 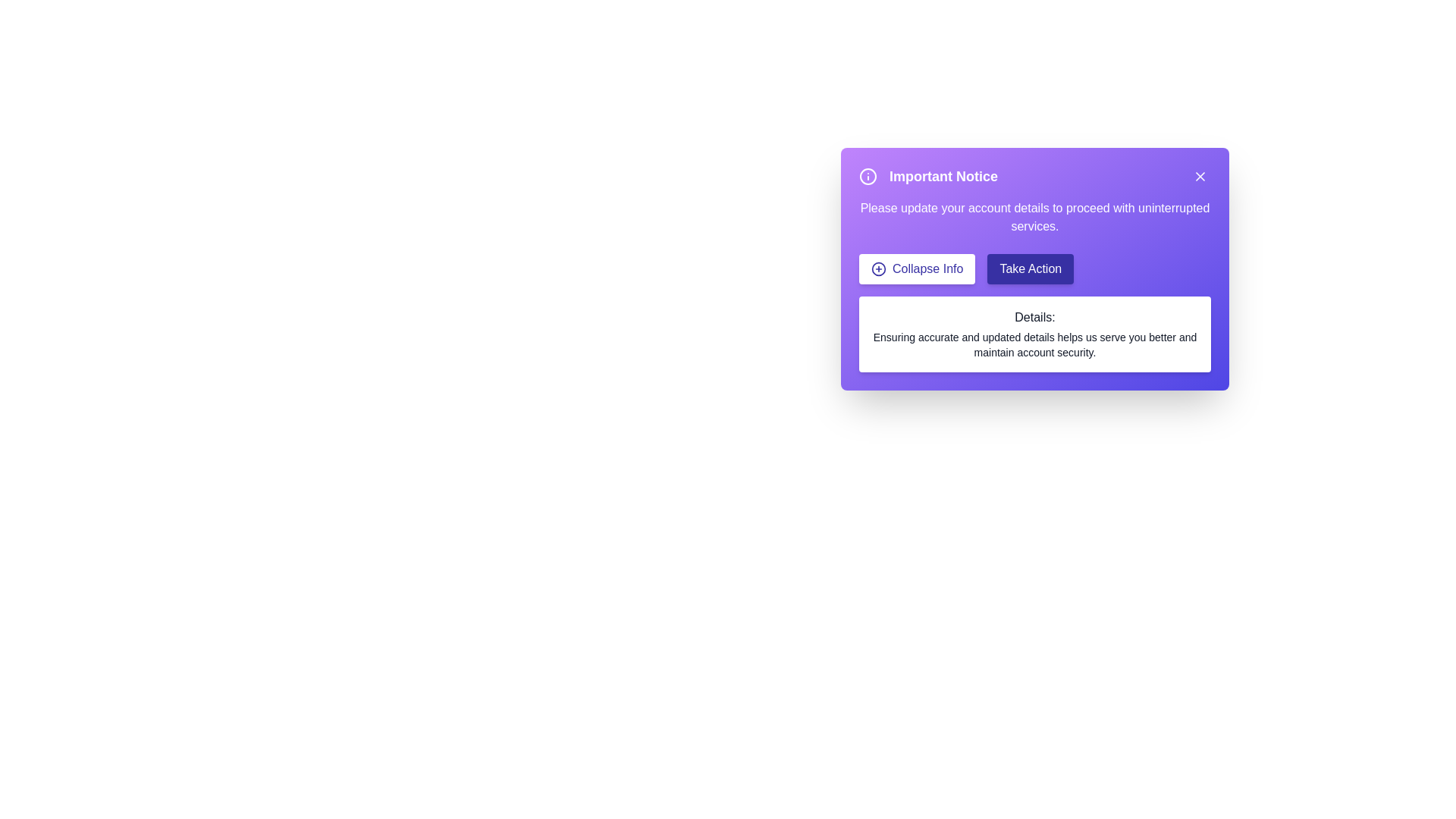 What do you see at coordinates (916, 268) in the screenshot?
I see `the 'Collapse Info' button to toggle the detailed information section` at bounding box center [916, 268].